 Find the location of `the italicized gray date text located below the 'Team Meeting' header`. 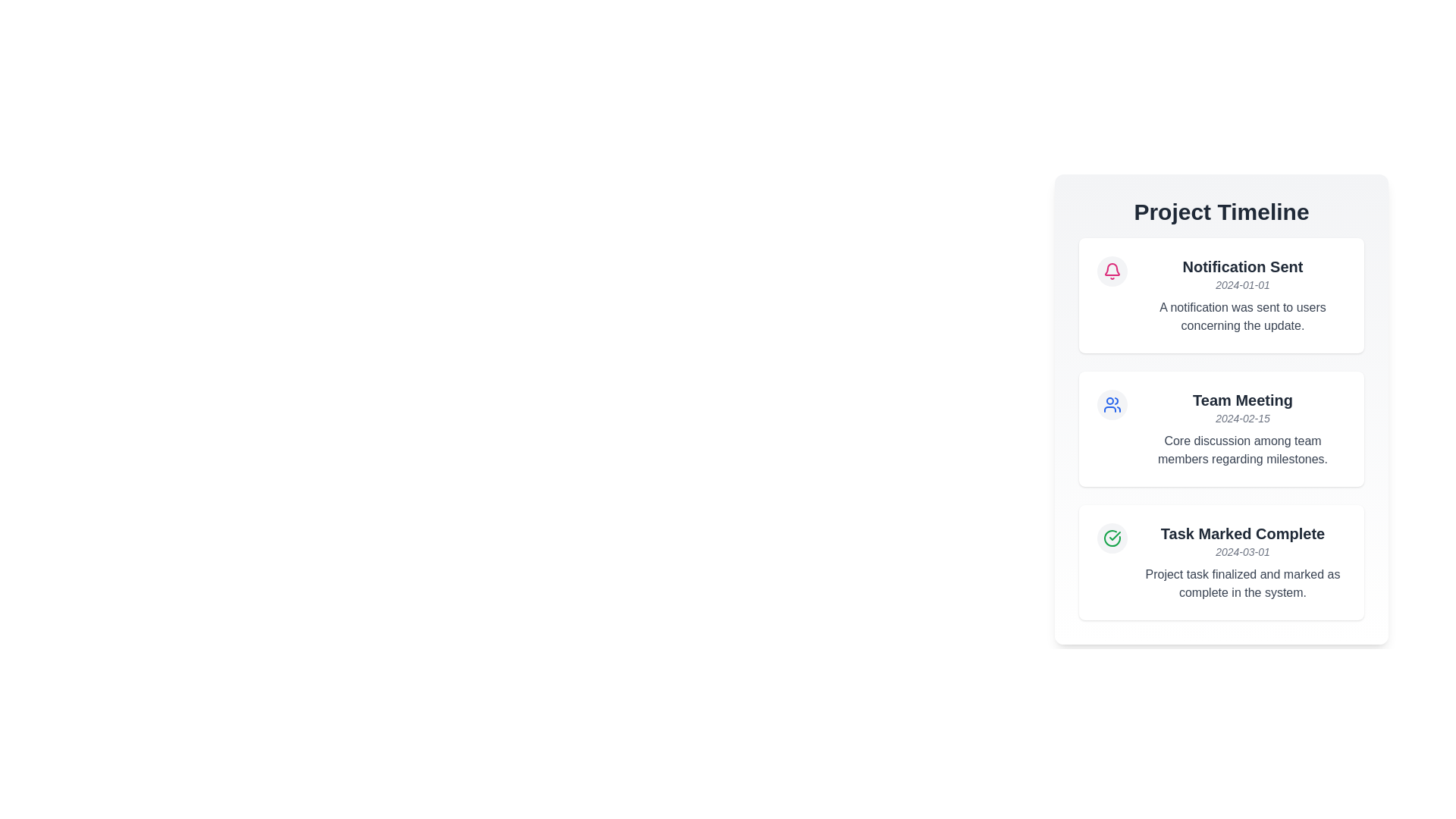

the italicized gray date text located below the 'Team Meeting' header is located at coordinates (1242, 418).